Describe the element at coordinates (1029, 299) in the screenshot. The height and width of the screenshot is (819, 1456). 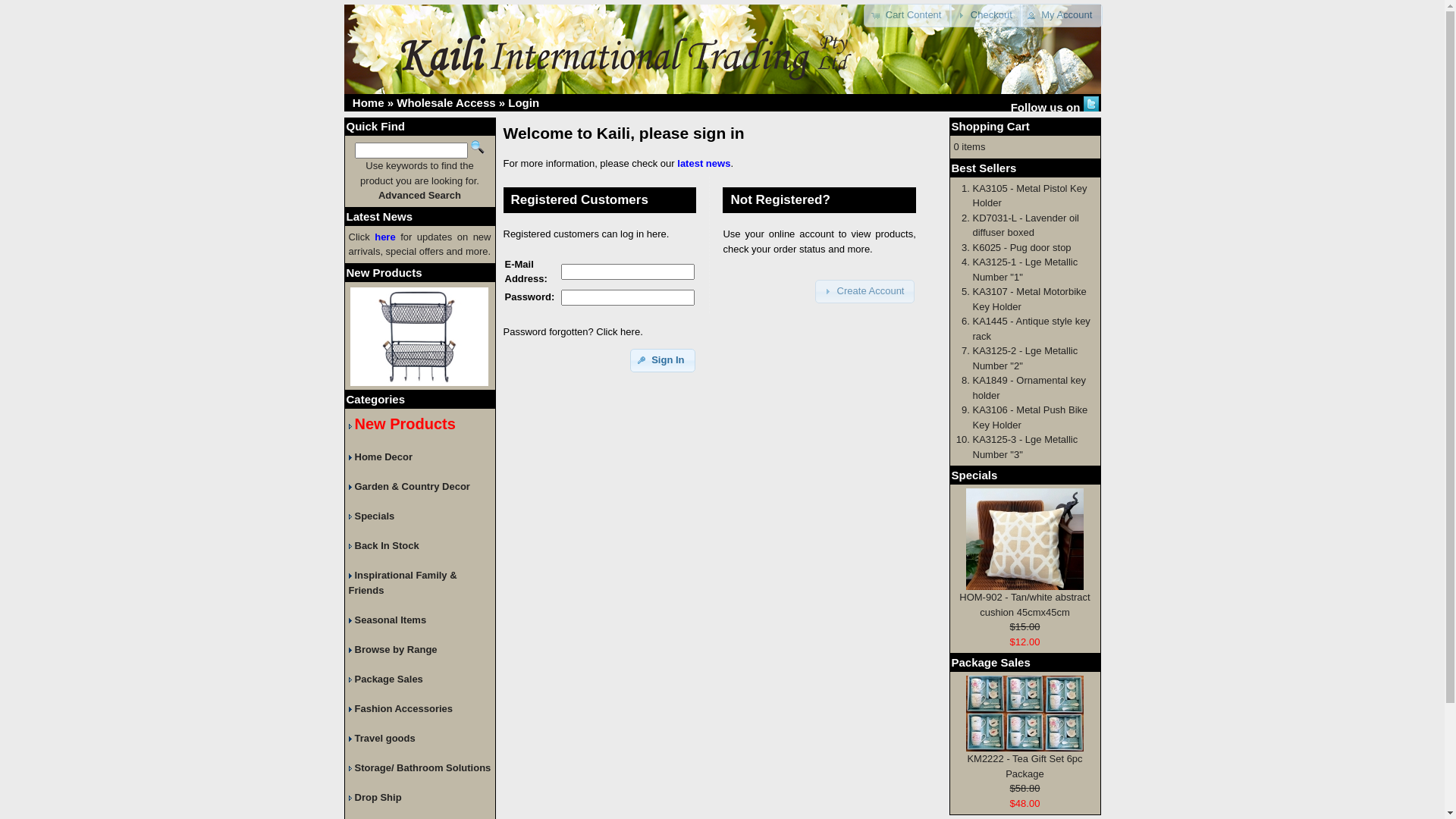
I see `'KA3107 - Metal Motorbike Key Holder'` at that location.